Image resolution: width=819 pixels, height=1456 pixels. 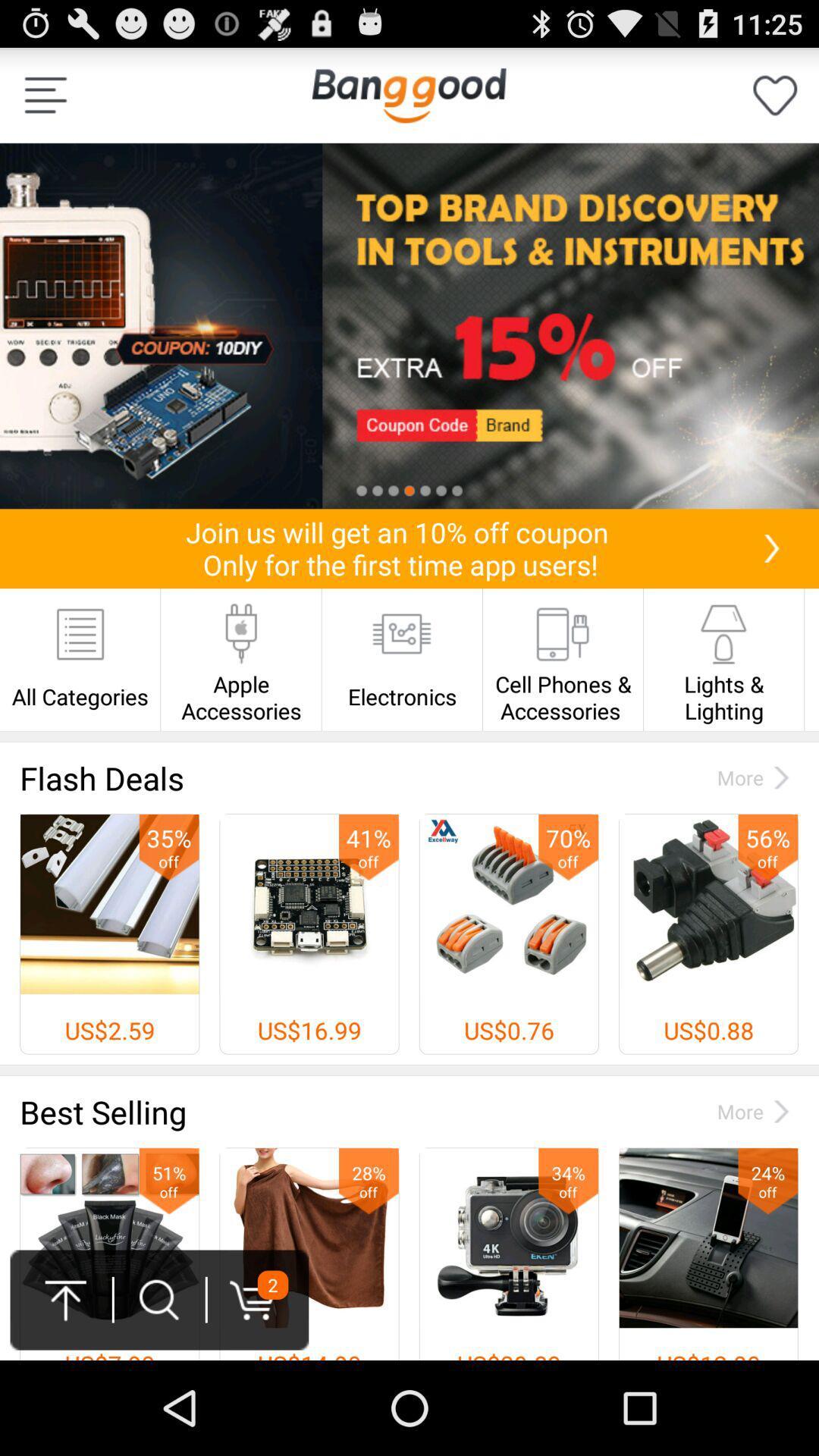 What do you see at coordinates (781, 777) in the screenshot?
I see `next button right to text more` at bounding box center [781, 777].